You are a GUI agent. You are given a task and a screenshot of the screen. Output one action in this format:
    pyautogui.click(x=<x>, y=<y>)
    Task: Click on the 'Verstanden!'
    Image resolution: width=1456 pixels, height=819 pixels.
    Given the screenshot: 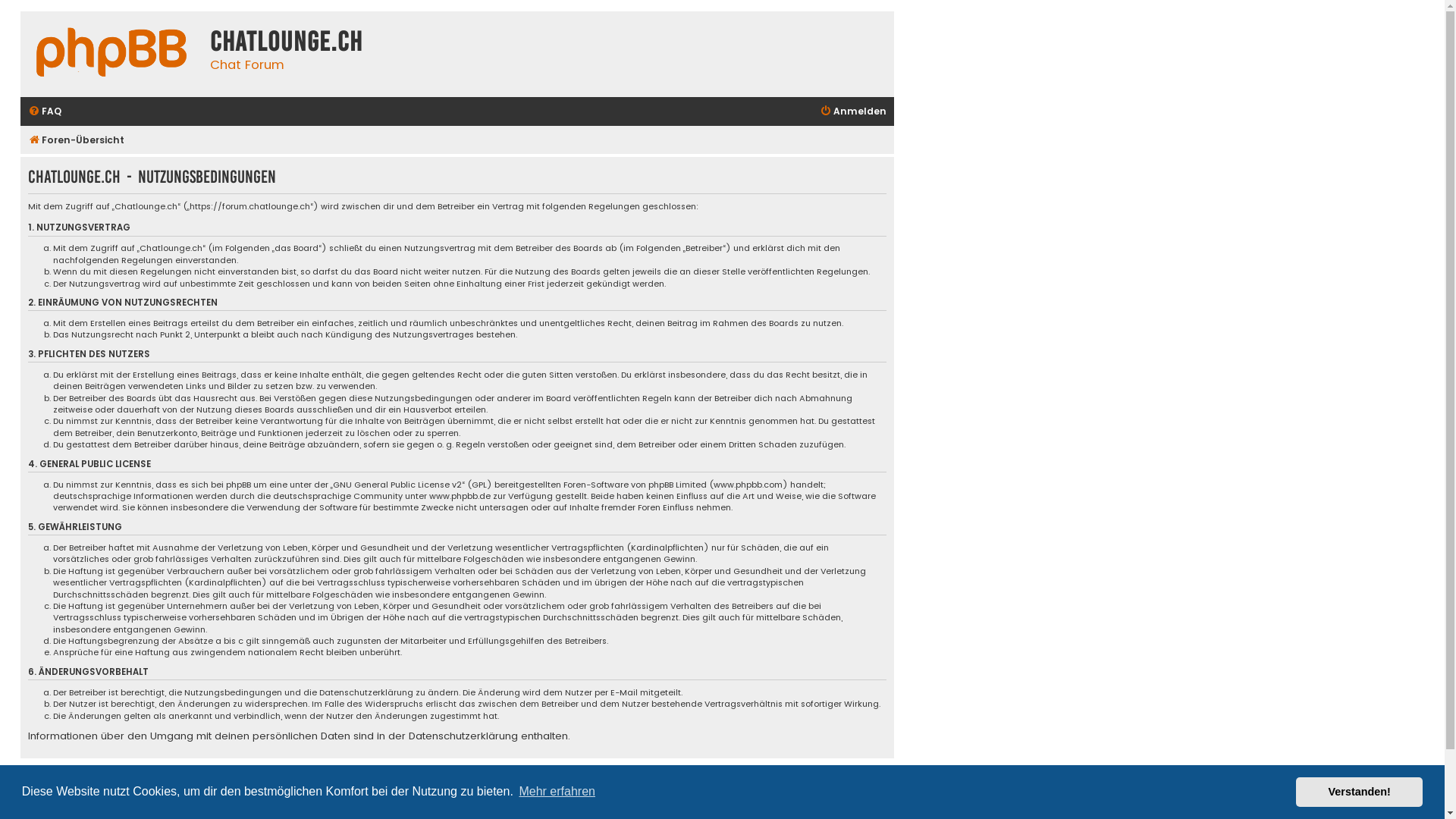 What is the action you would take?
    pyautogui.click(x=1359, y=791)
    